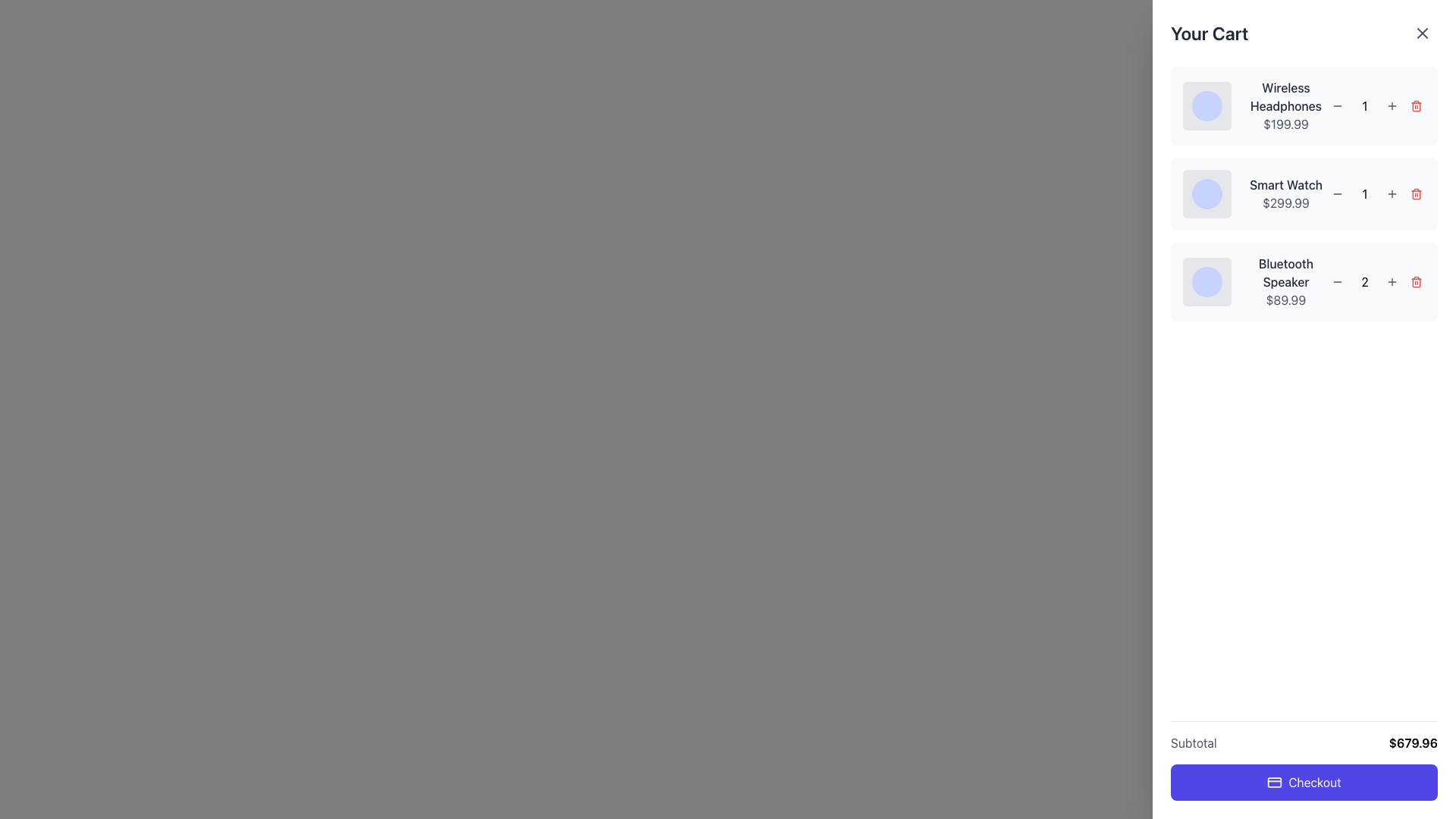  What do you see at coordinates (1285, 96) in the screenshot?
I see `the text label displaying the product name 'Wireless Headphones' located in the 'Your Cart' section, positioned above the price label '$199.99'` at bounding box center [1285, 96].